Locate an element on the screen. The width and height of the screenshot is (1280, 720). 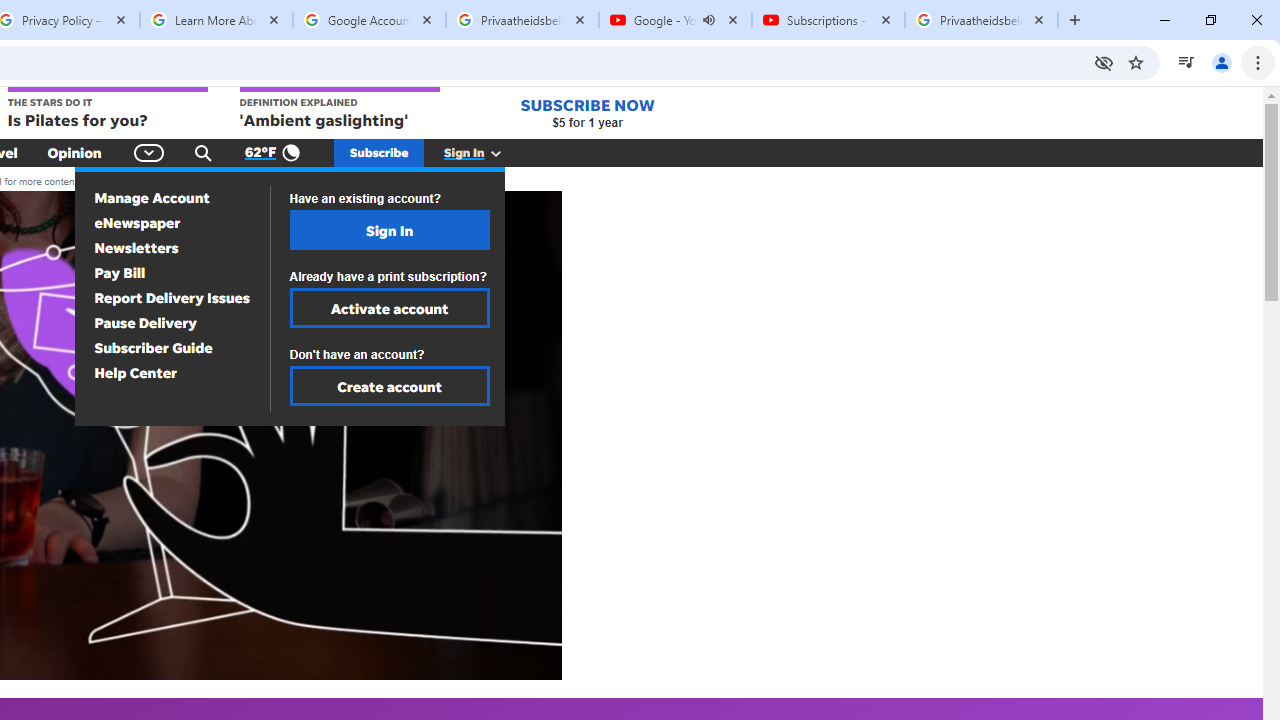
'Activate account' is located at coordinates (389, 308).